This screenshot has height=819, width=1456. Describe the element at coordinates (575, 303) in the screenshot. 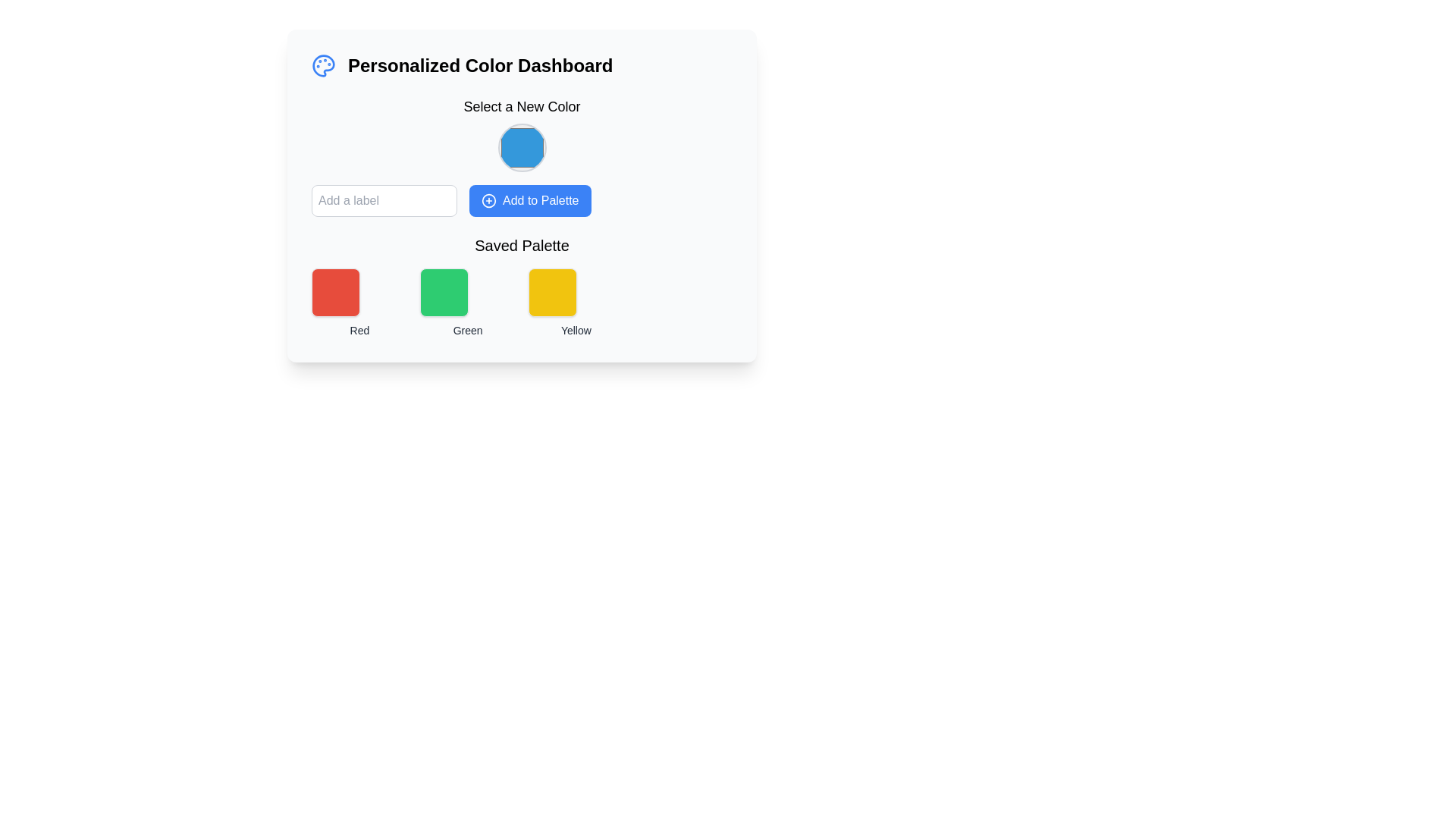

I see `to select the vibrant yellow color swatch labeled 'Yellow', which is the third item in the horizontal grid layout under the 'Saved Palette' title` at that location.